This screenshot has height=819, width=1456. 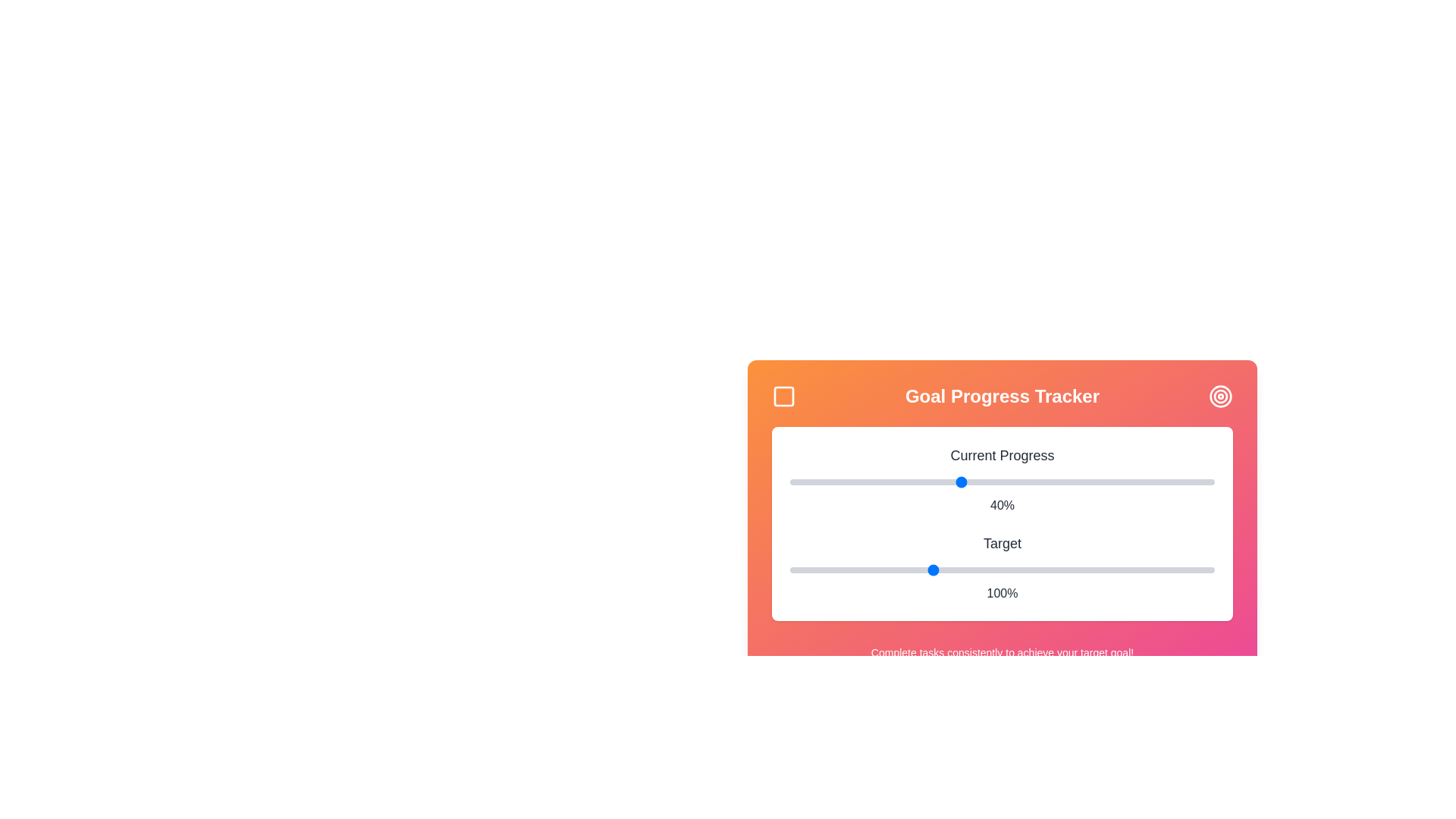 I want to click on the 'Current Progress' slider to 84%, so click(x=1147, y=482).